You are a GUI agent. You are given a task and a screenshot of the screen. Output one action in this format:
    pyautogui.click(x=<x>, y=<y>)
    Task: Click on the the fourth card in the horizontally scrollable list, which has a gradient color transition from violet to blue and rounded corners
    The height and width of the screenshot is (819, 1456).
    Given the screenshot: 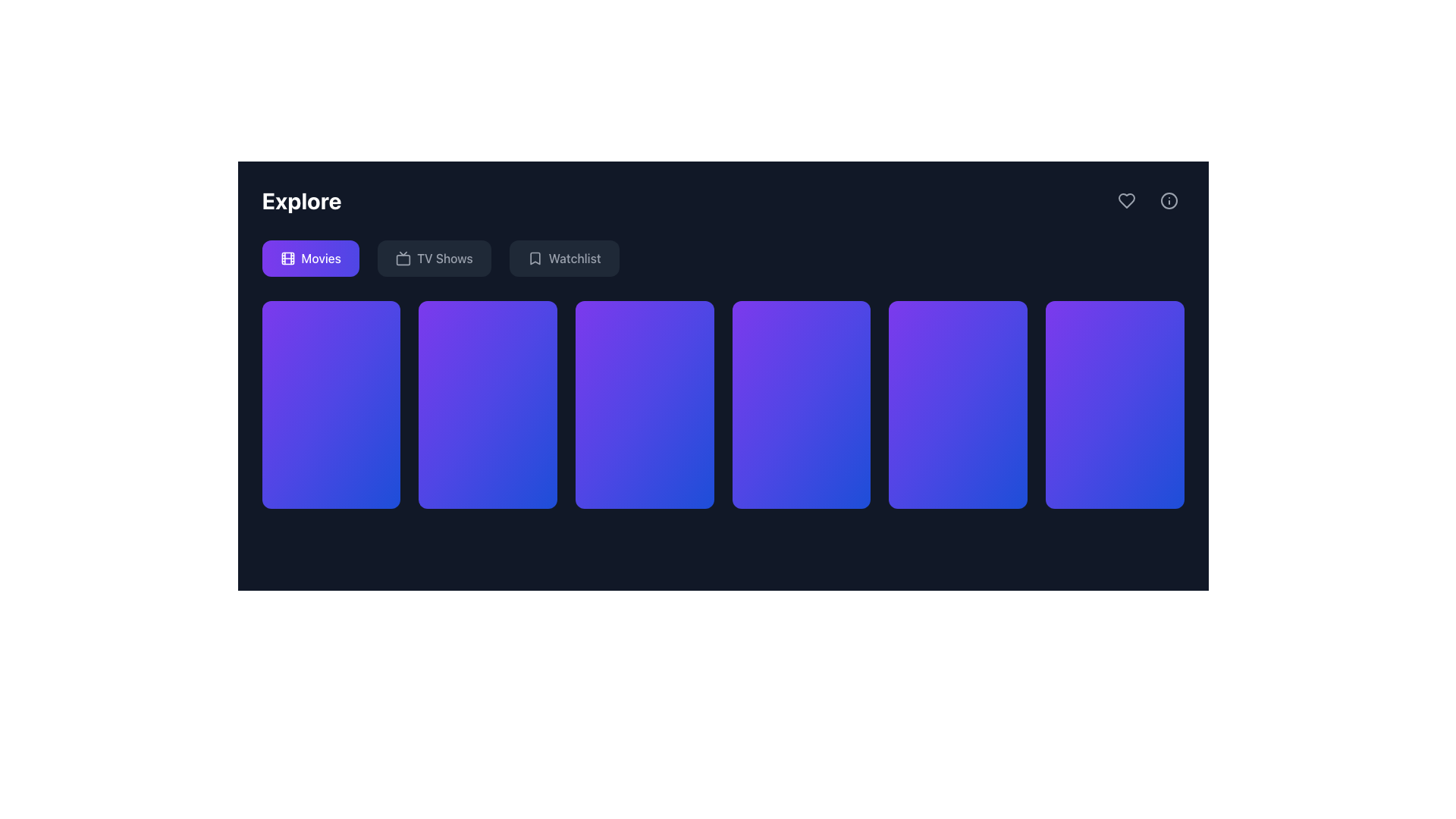 What is the action you would take?
    pyautogui.click(x=800, y=403)
    